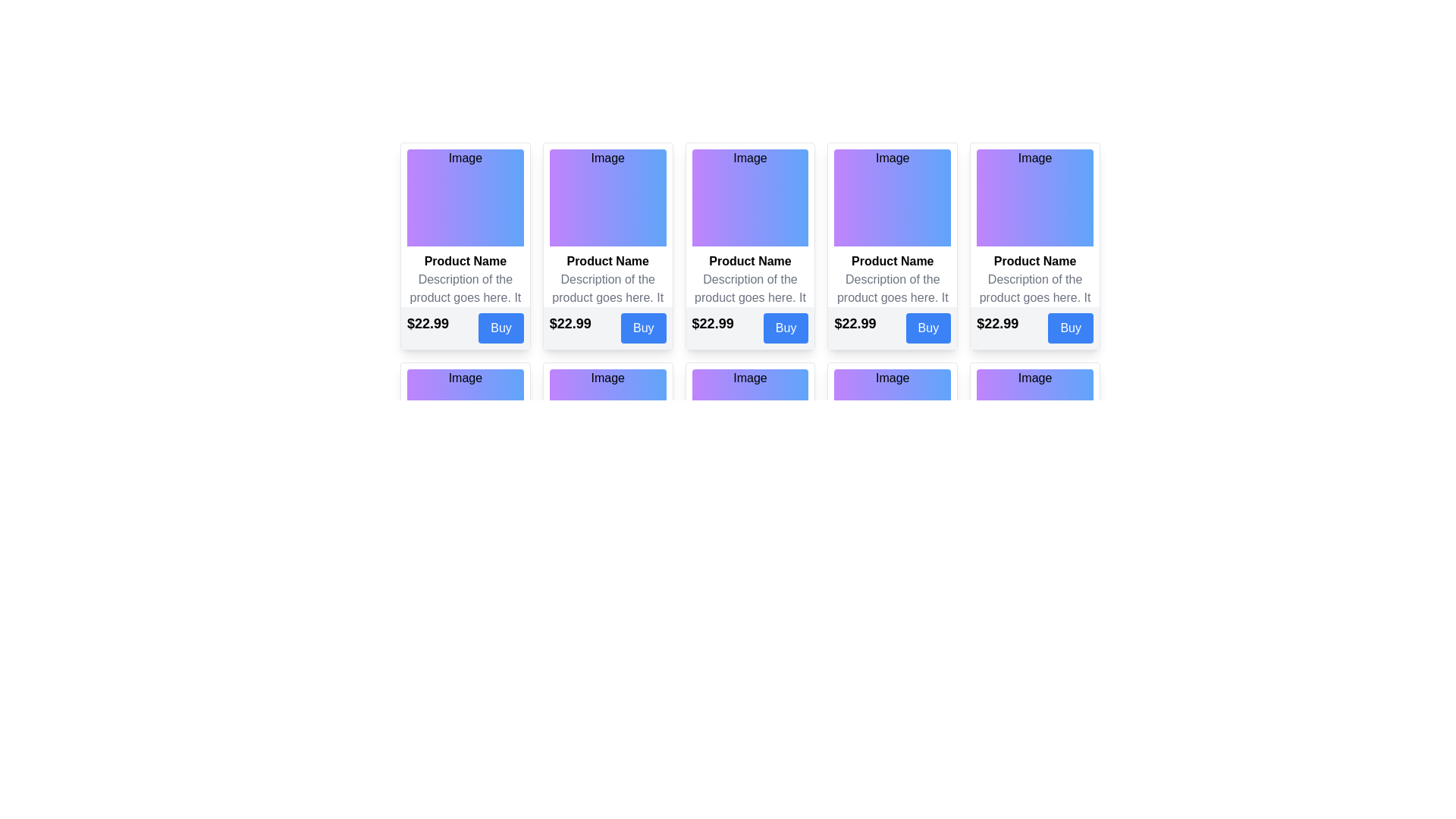 This screenshot has width=1456, height=819. Describe the element at coordinates (1070, 327) in the screenshot. I see `the purchasing button located at the bottom-right of the card that contains the price label '$22.99'` at that location.